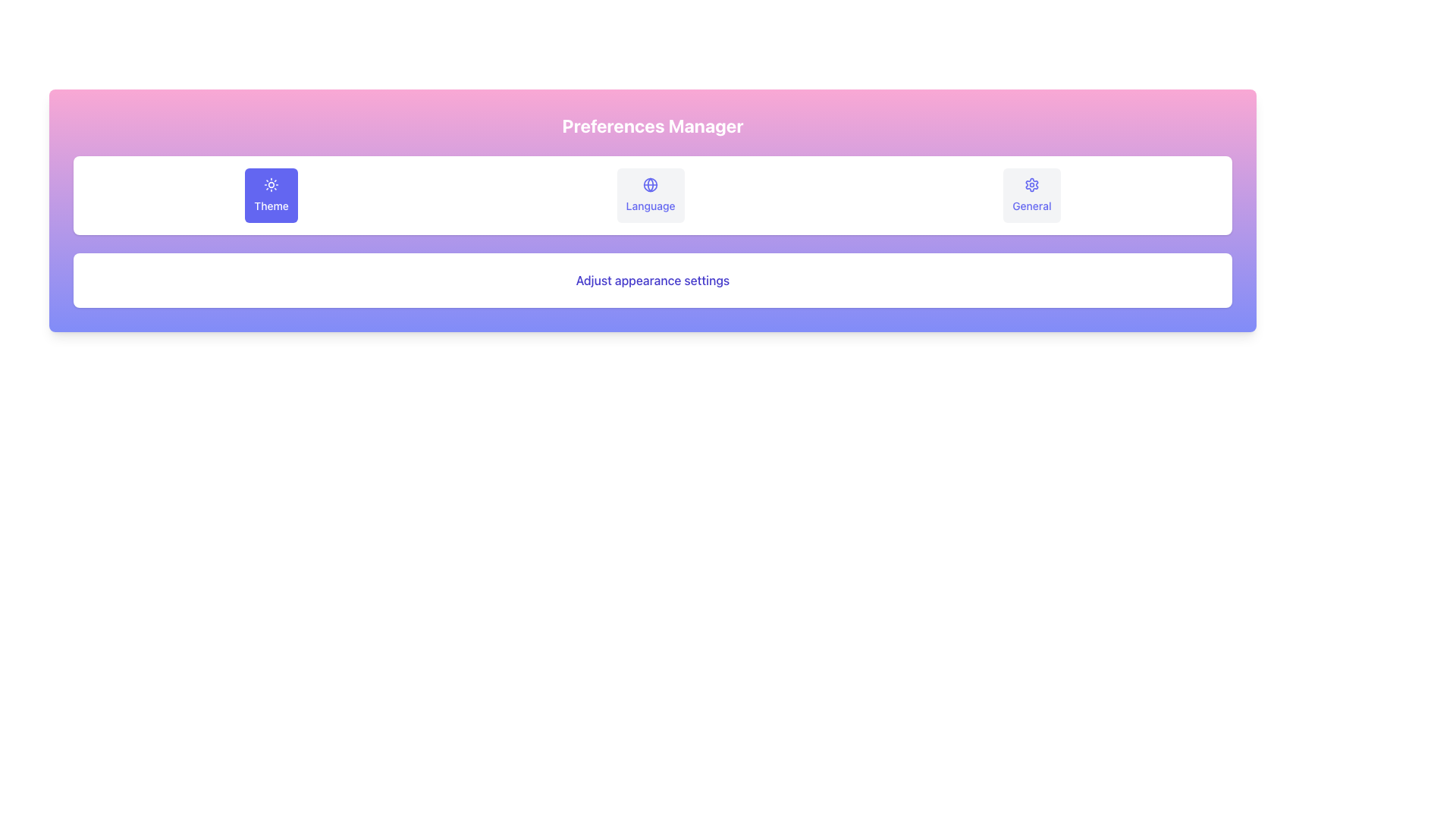 This screenshot has height=819, width=1456. What do you see at coordinates (271, 206) in the screenshot?
I see `the label indicating 'Theme' settings, which is located below the sun icon in the Preferences Manager interface` at bounding box center [271, 206].